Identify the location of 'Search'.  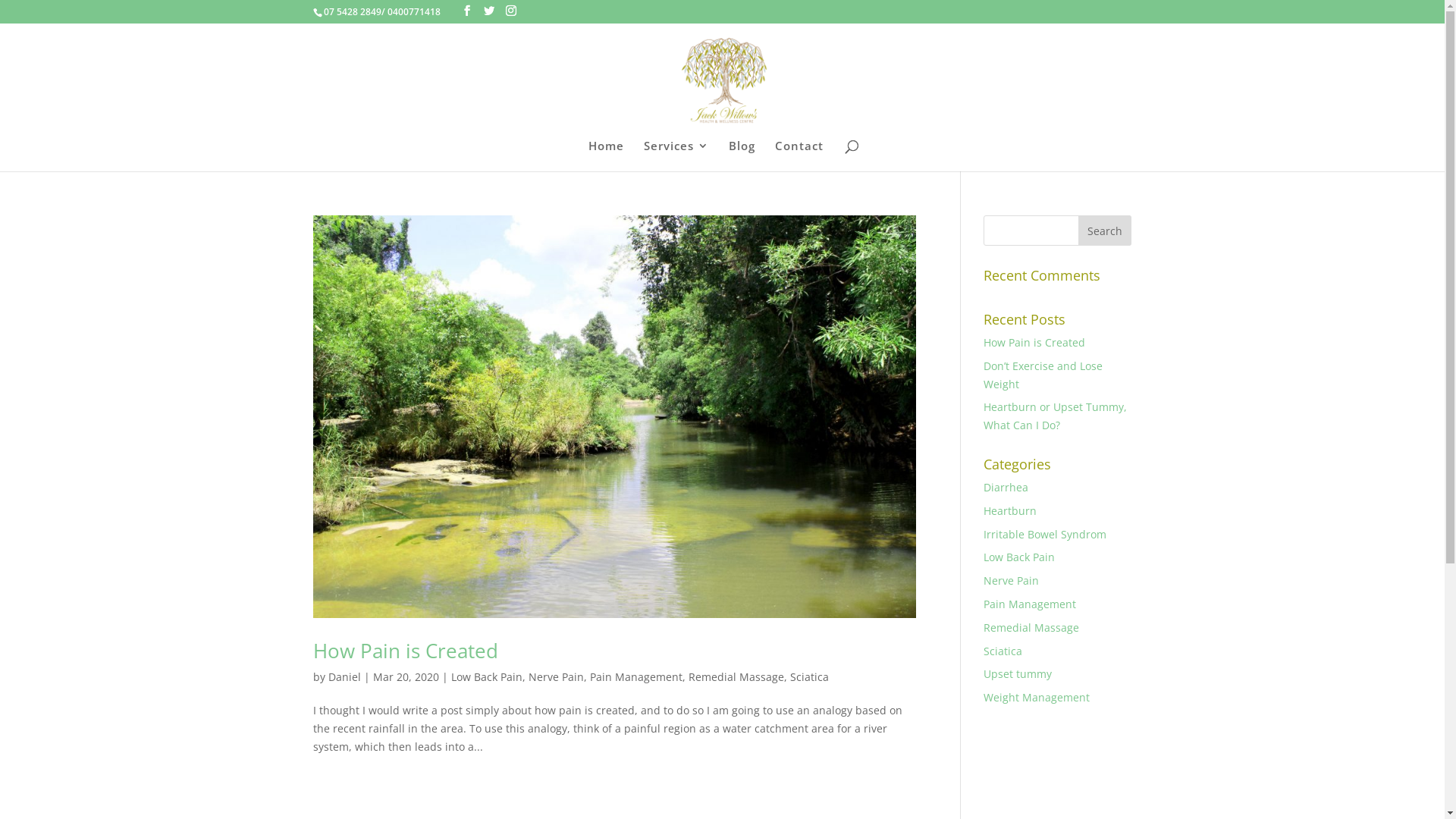
(1105, 231).